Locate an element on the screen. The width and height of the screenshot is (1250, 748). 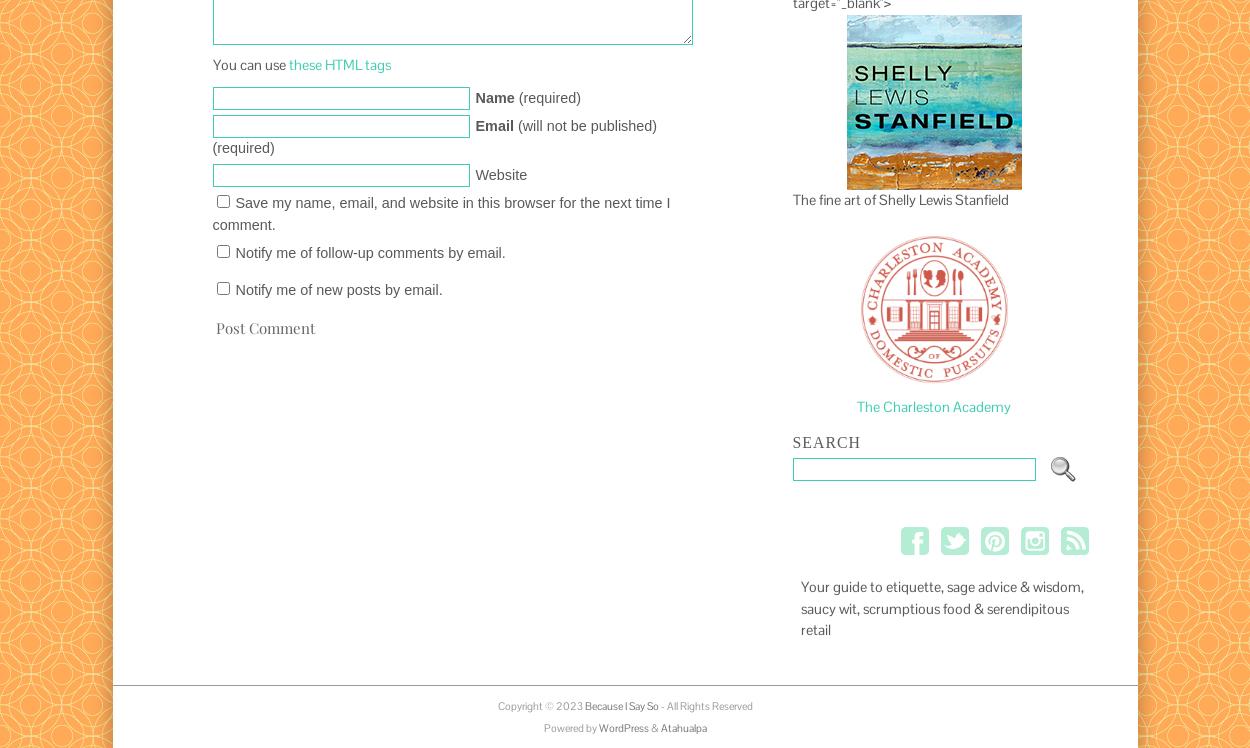
'Notify me of new posts by email.' is located at coordinates (234, 289).